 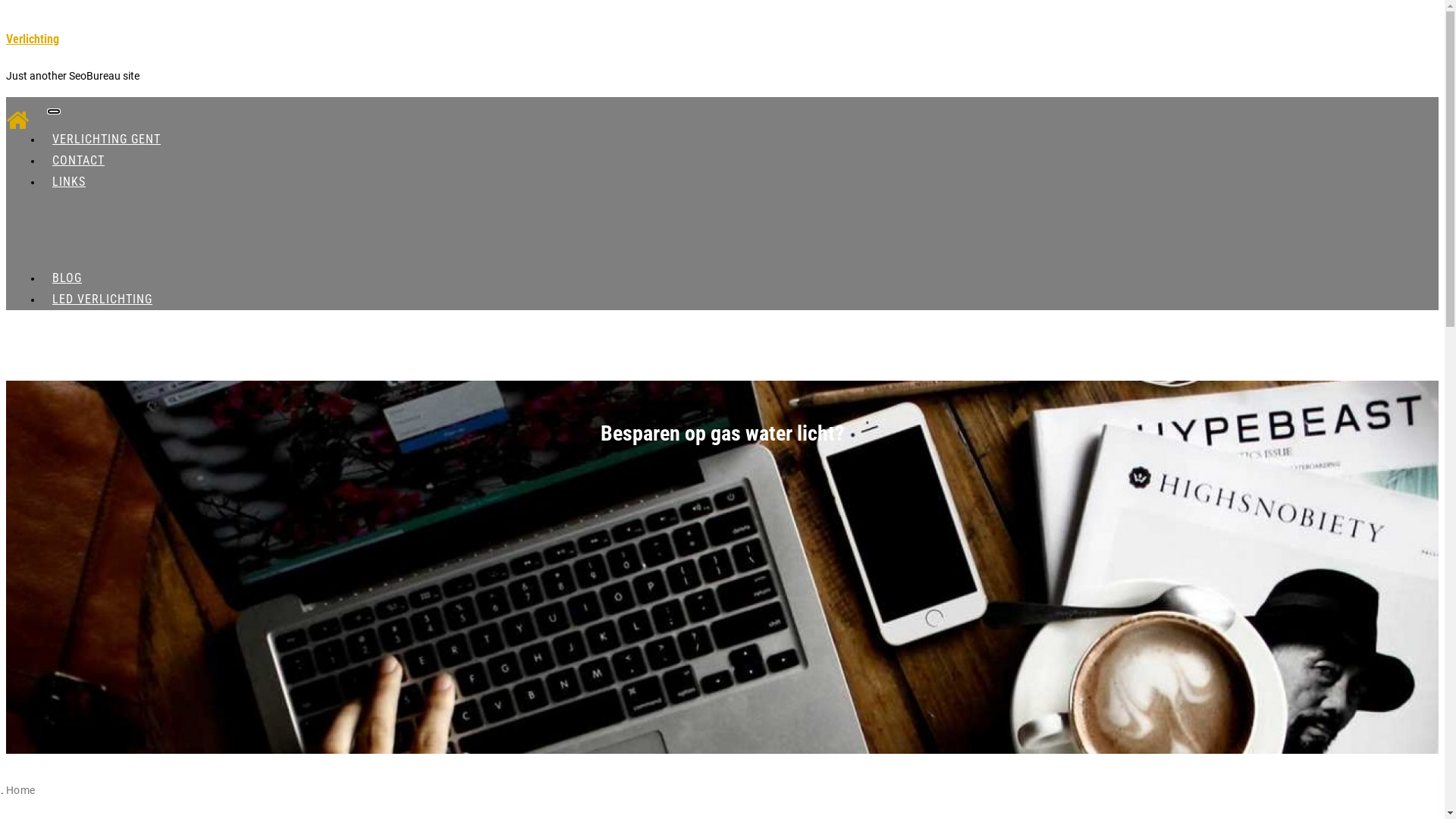 What do you see at coordinates (77, 160) in the screenshot?
I see `'CONTACT'` at bounding box center [77, 160].